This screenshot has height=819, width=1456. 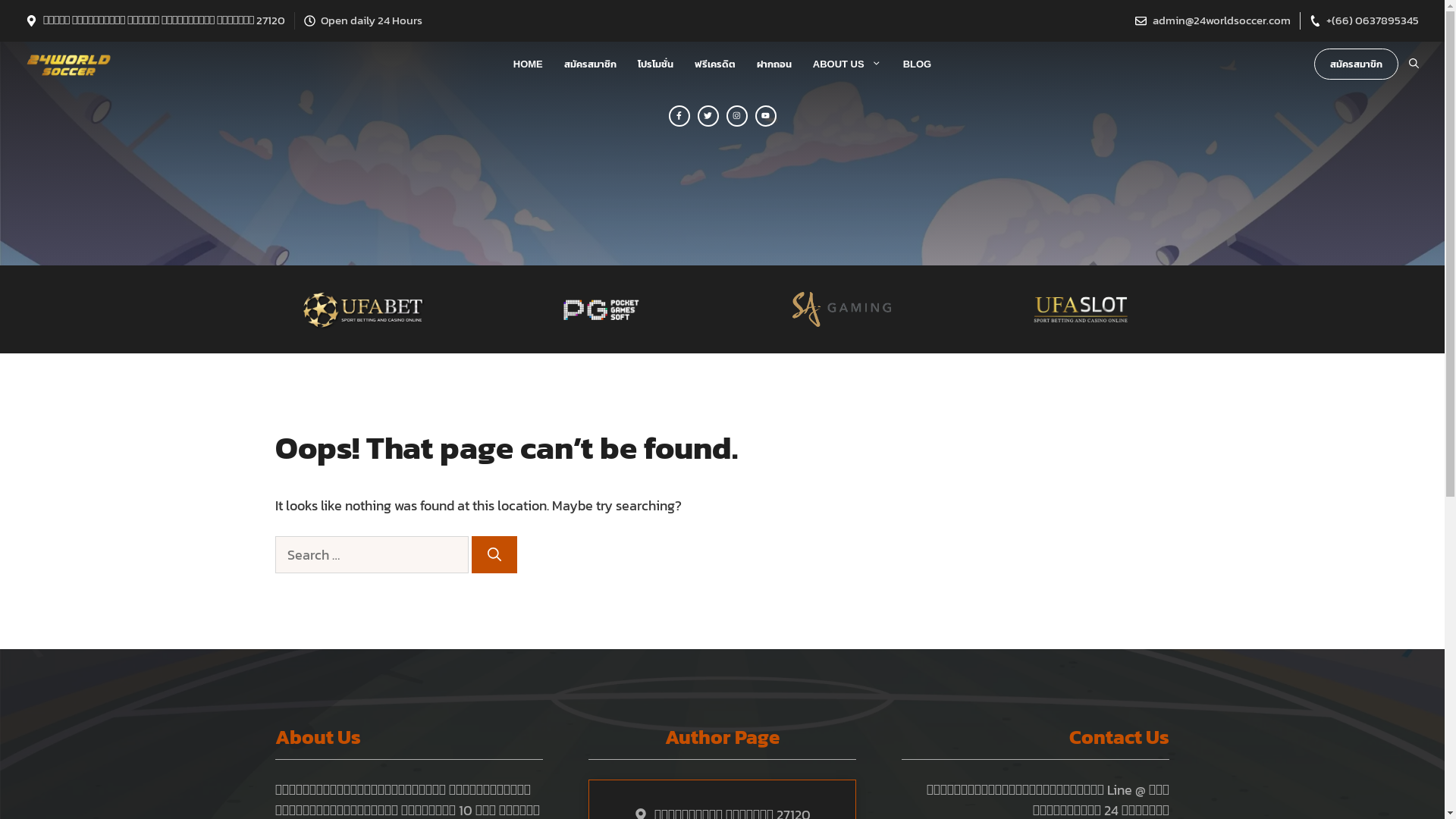 What do you see at coordinates (274, 736) in the screenshot?
I see `'About Us'` at bounding box center [274, 736].